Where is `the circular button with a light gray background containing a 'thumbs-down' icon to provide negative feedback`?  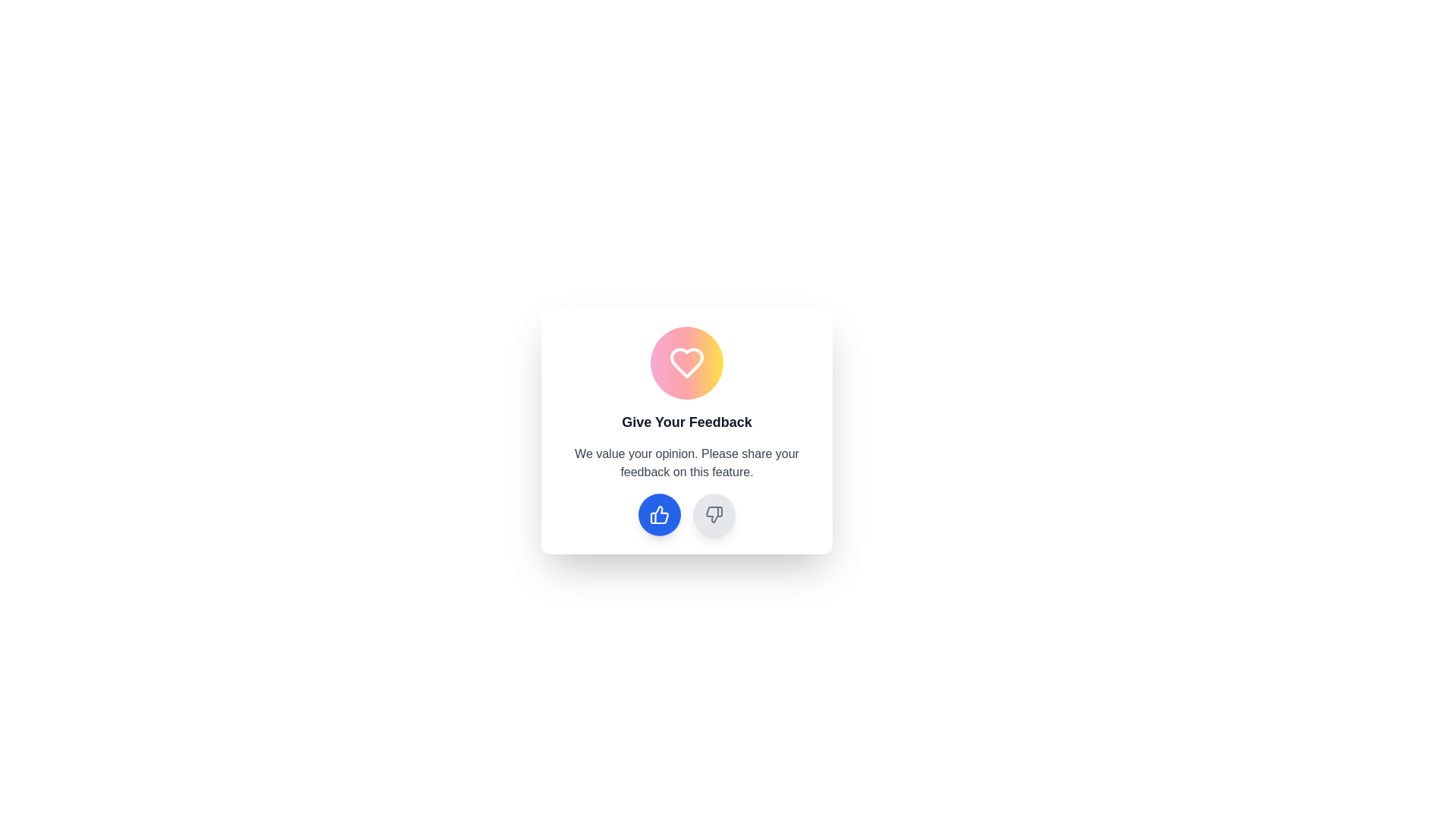
the circular button with a light gray background containing a 'thumbs-down' icon to provide negative feedback is located at coordinates (713, 513).